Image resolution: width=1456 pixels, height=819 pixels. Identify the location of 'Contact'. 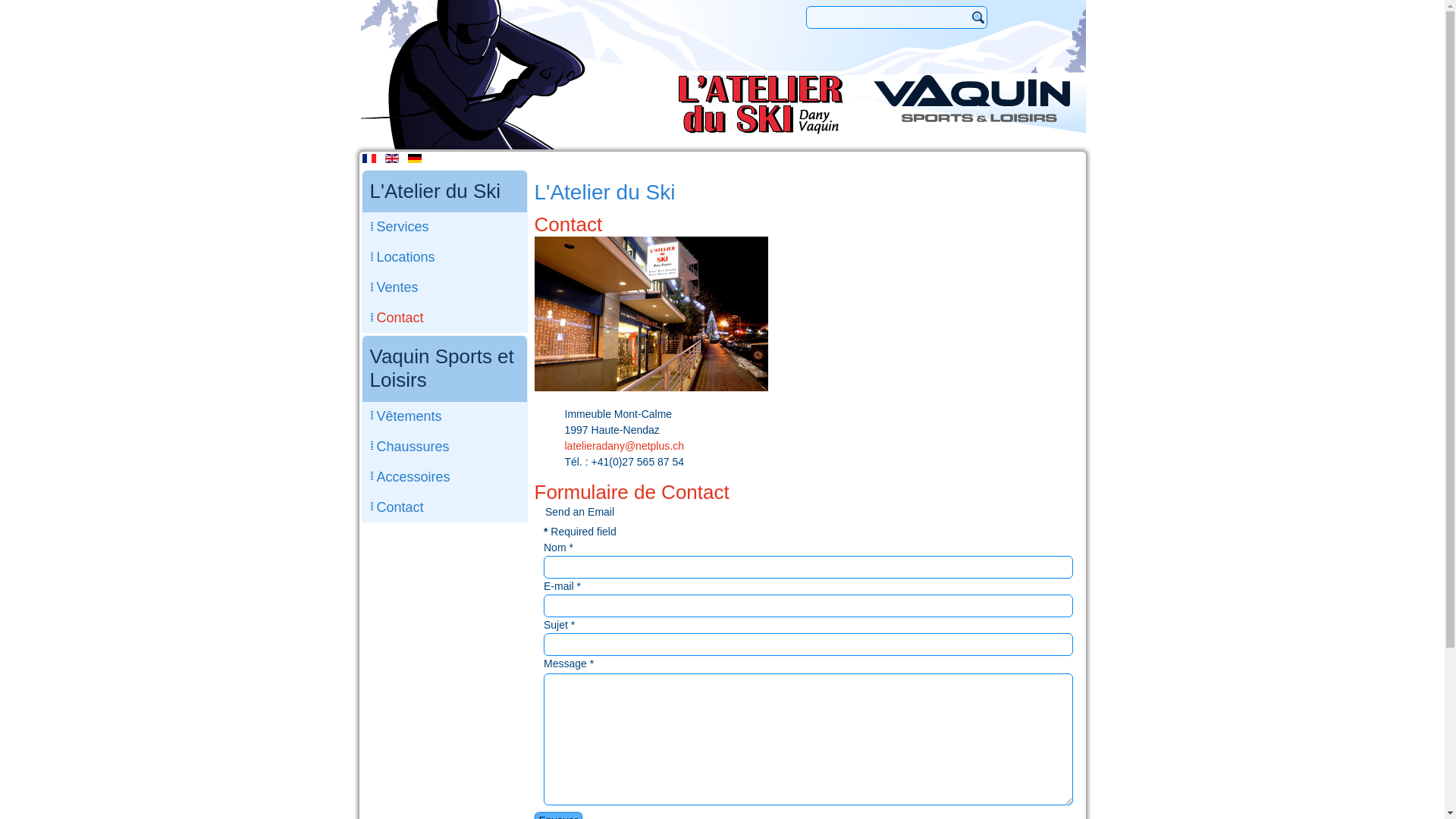
(362, 317).